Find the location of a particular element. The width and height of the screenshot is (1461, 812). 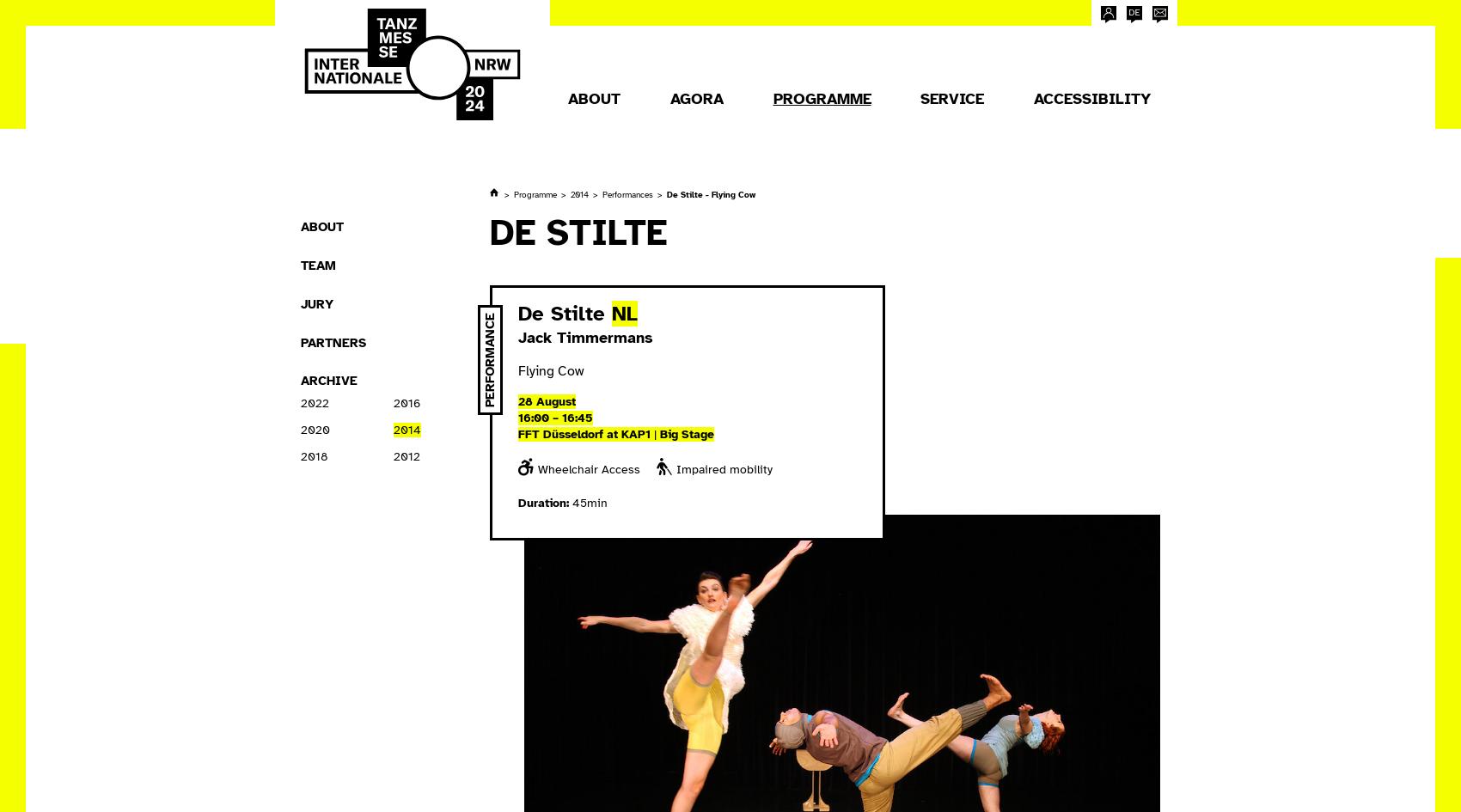

'Jack Timmermans' is located at coordinates (517, 337).